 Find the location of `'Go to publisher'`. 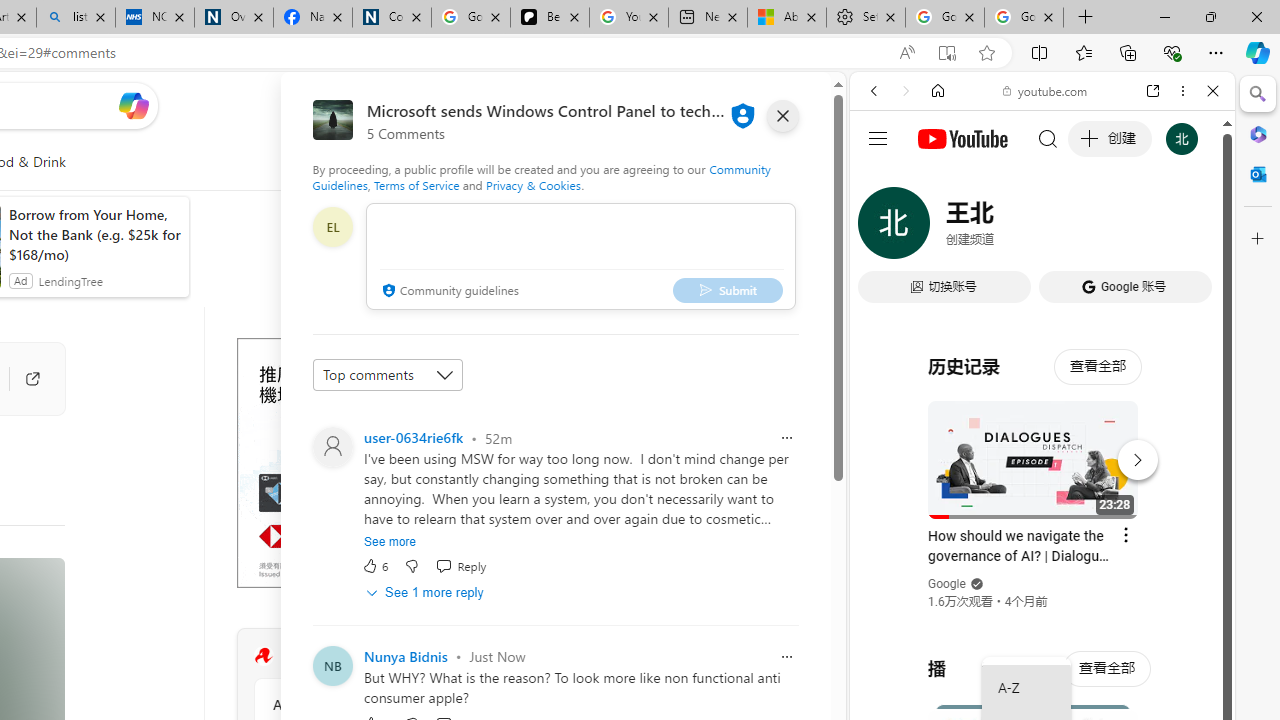

'Go to publisher' is located at coordinates (22, 379).